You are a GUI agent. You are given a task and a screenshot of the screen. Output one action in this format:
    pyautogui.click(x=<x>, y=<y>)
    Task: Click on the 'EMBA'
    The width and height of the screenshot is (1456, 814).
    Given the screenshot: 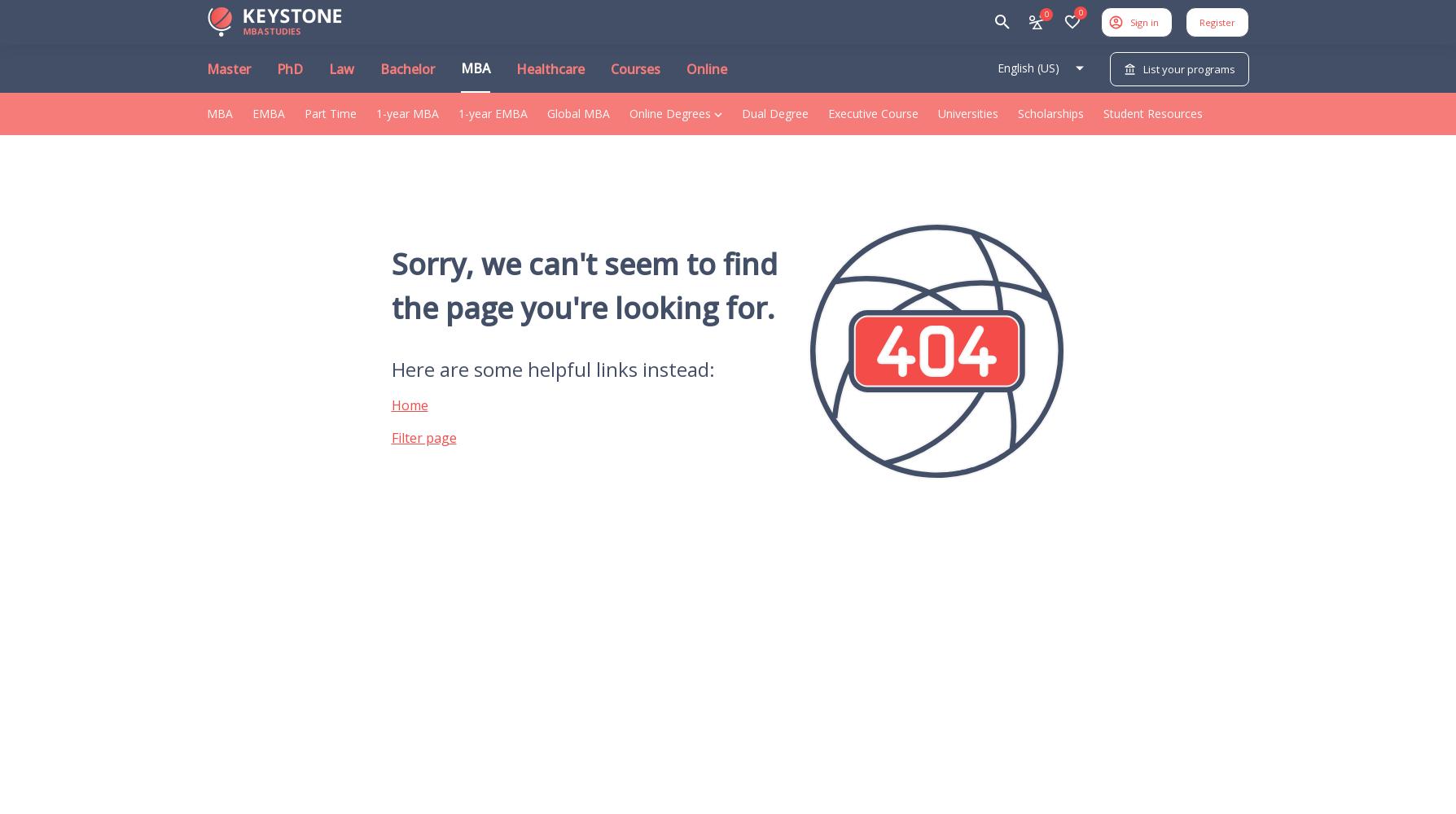 What is the action you would take?
    pyautogui.click(x=252, y=113)
    